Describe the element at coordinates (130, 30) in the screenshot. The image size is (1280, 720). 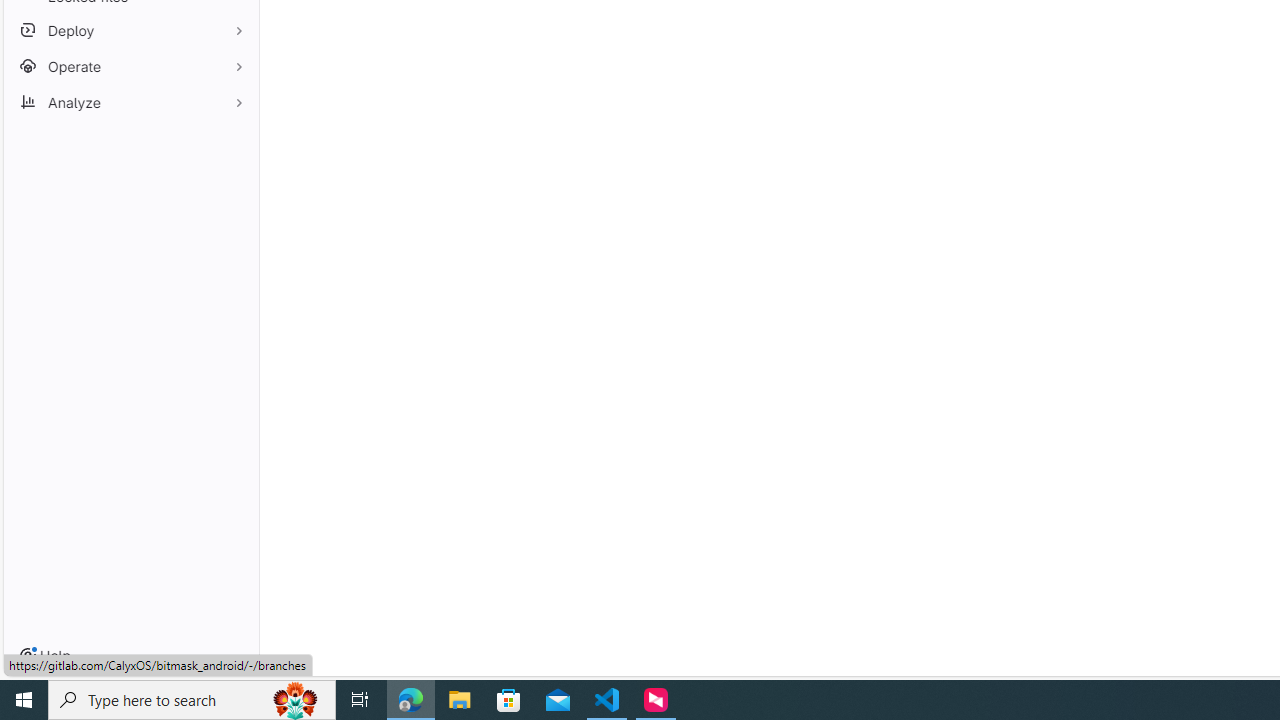
I see `'Deploy'` at that location.